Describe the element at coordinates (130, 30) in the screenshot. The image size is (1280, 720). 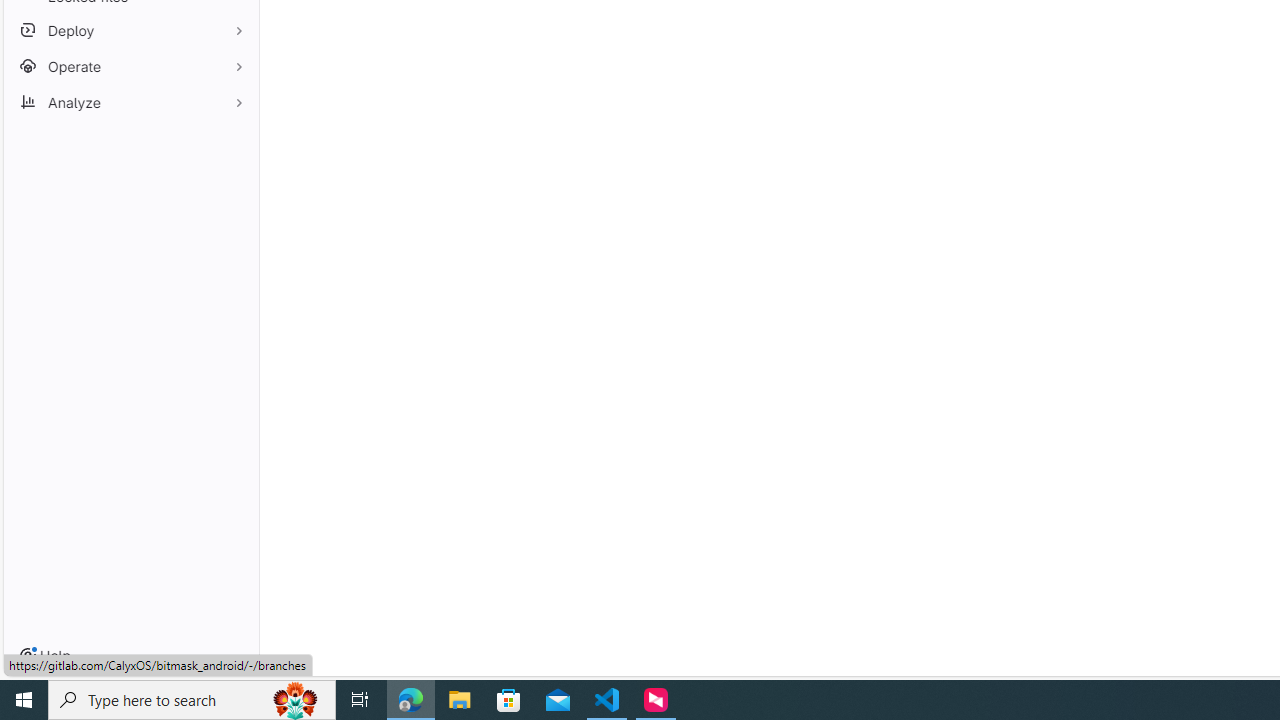
I see `'Deploy'` at that location.